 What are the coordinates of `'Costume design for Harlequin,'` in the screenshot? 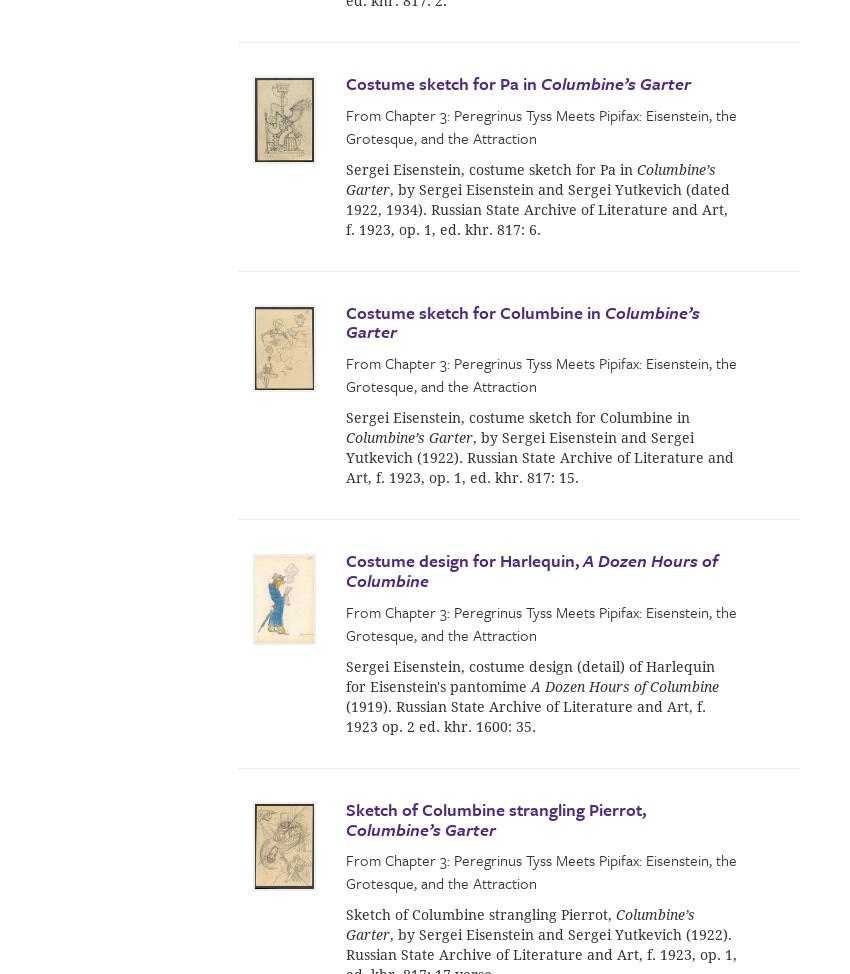 It's located at (463, 560).